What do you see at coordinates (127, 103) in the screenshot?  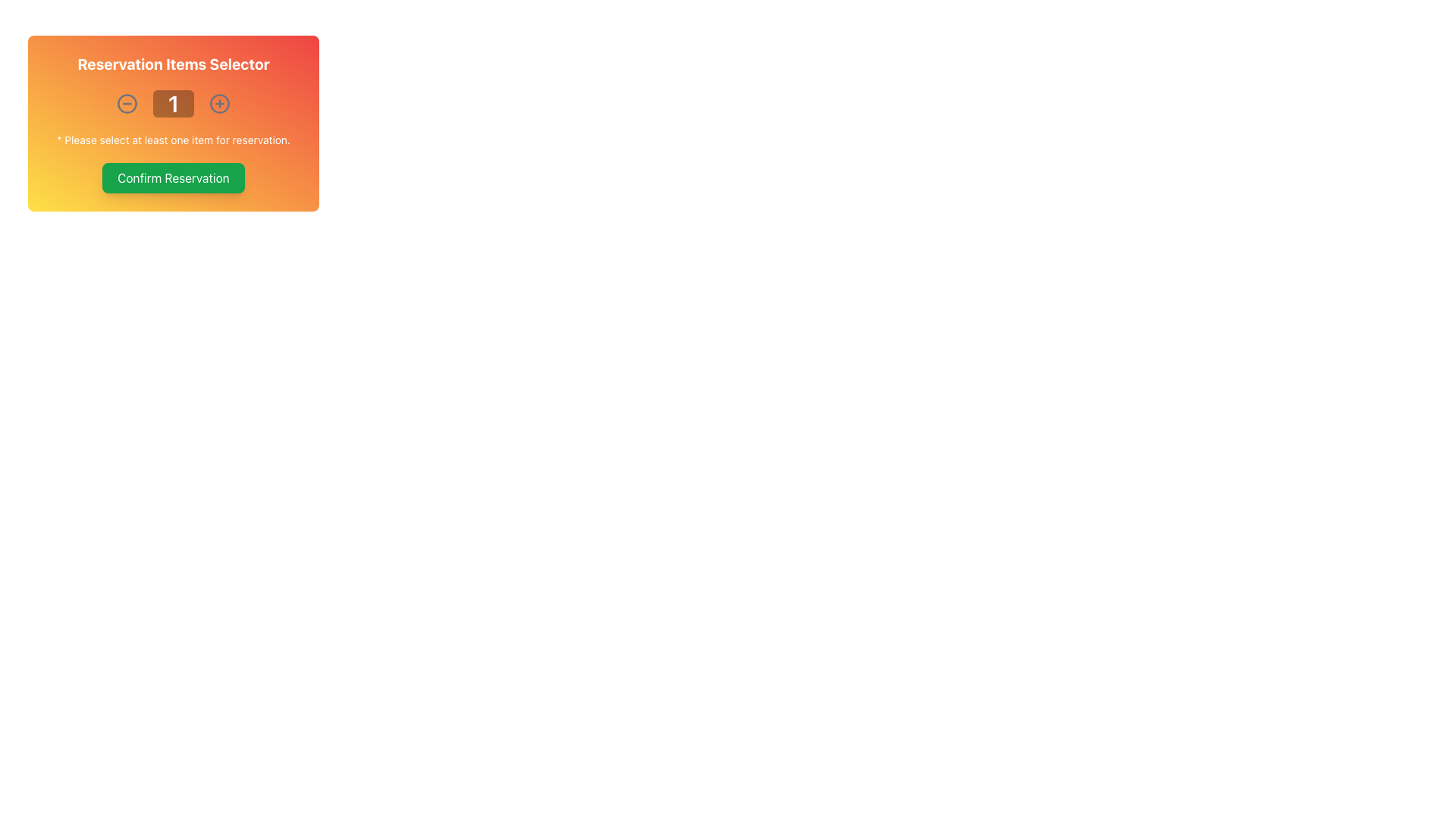 I see `the leftmost button in the horizontal sequence that decreases the quantity of the item by one` at bounding box center [127, 103].